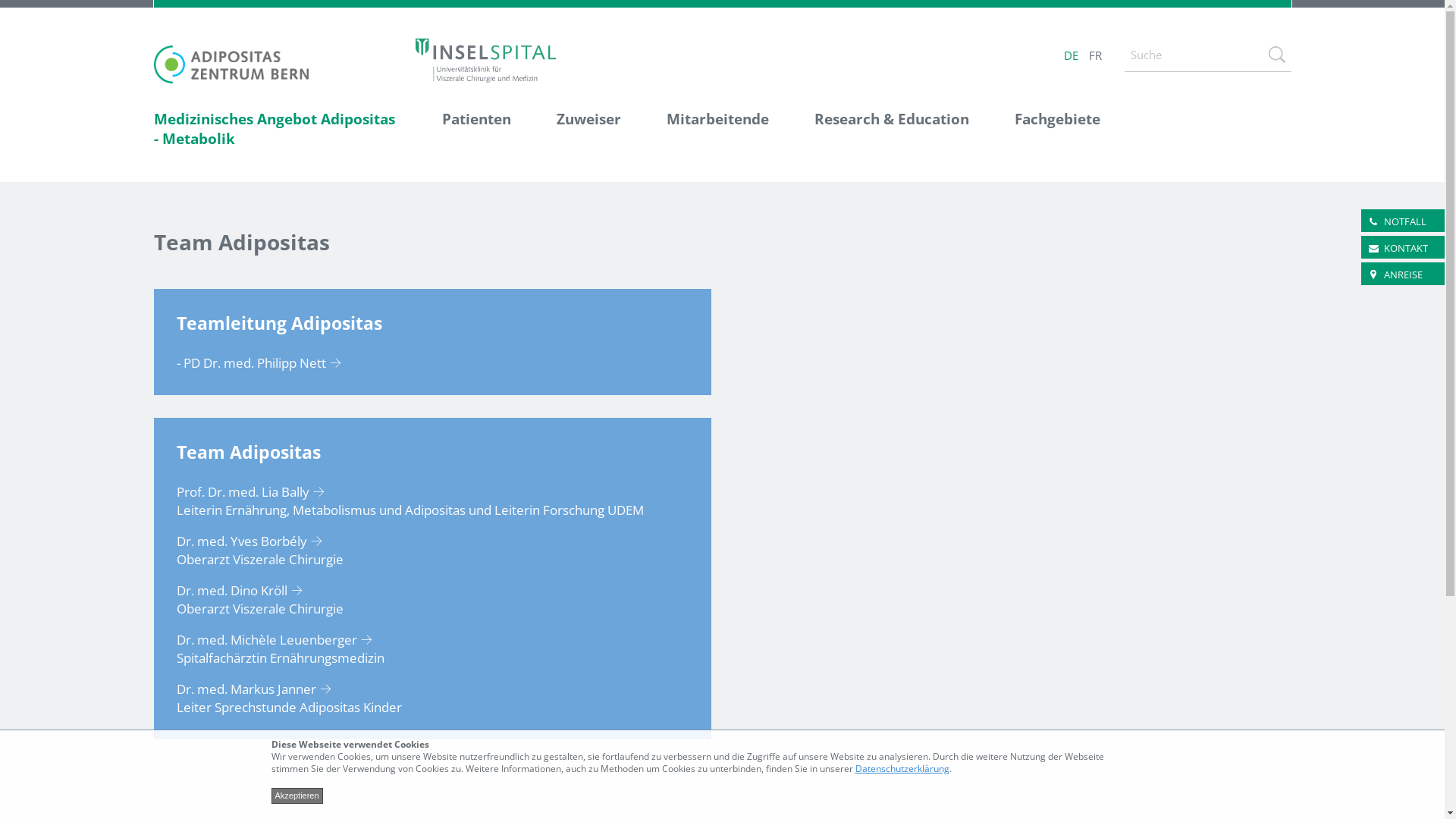 The width and height of the screenshot is (1456, 819). Describe the element at coordinates (286, 130) in the screenshot. I see `'Medizinisches Angebot Adipositas - Metabolik'` at that location.